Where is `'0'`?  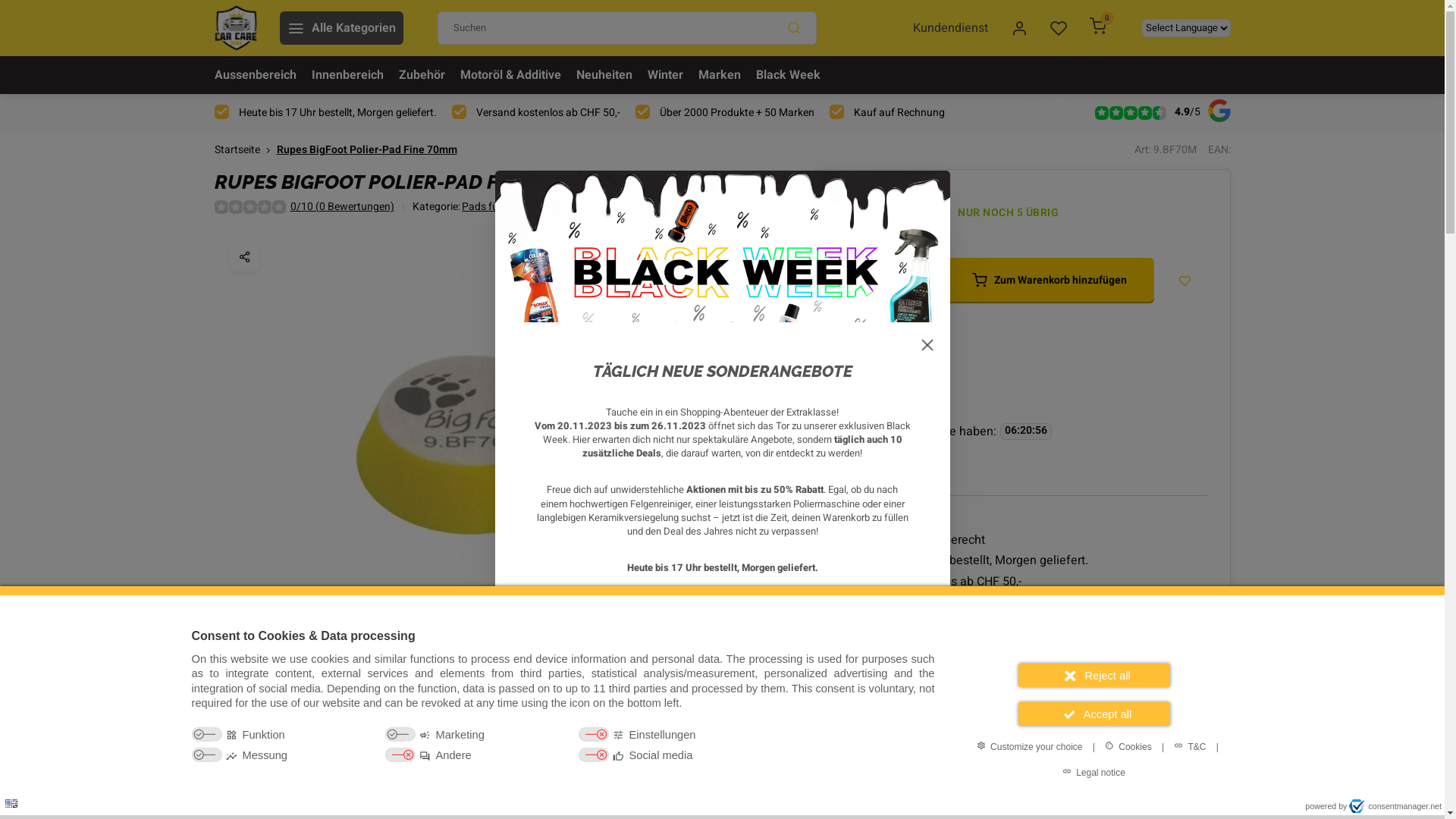 '0' is located at coordinates (1098, 28).